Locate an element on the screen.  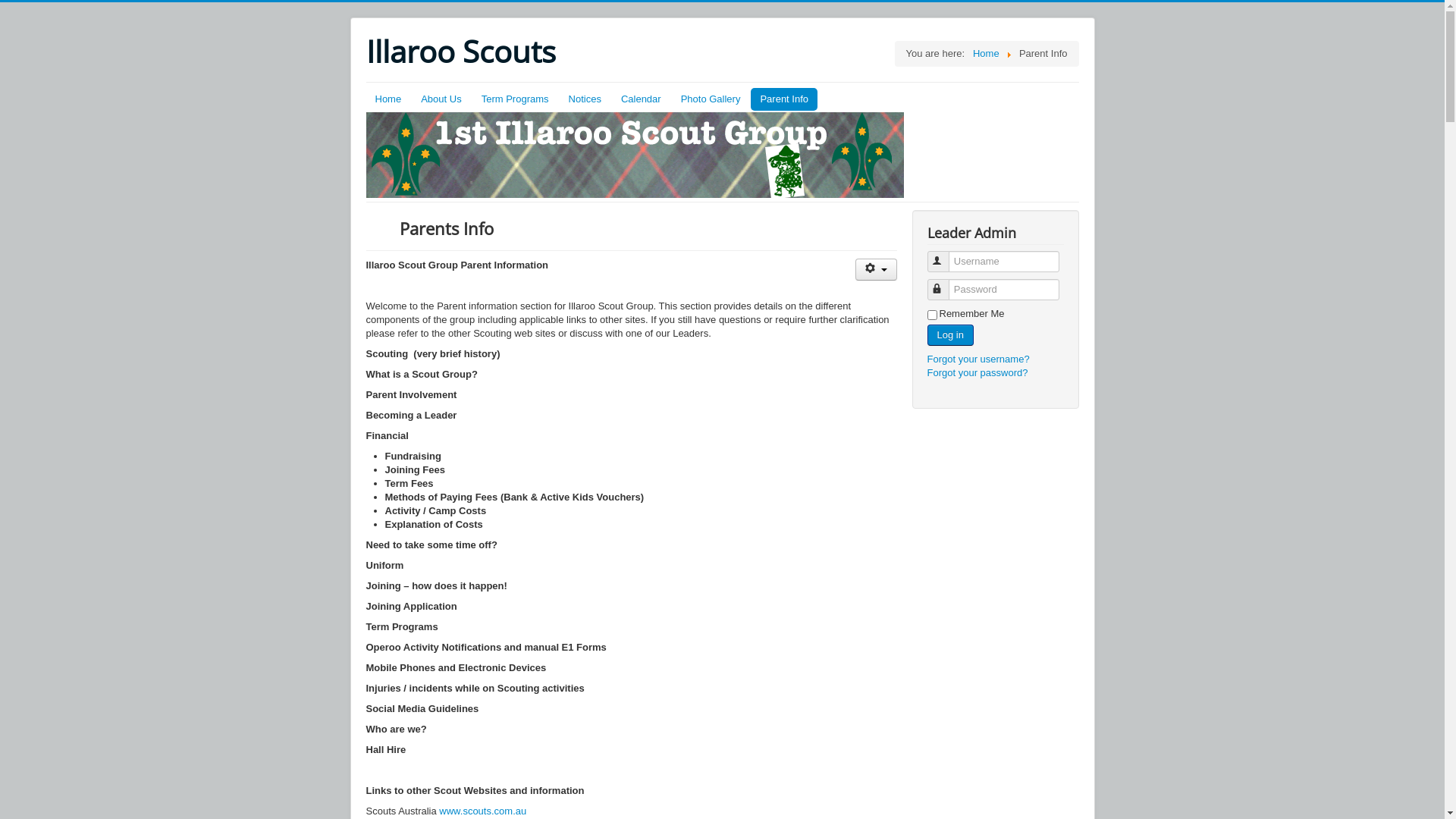
'Illaroo Scouts' is located at coordinates (459, 51).